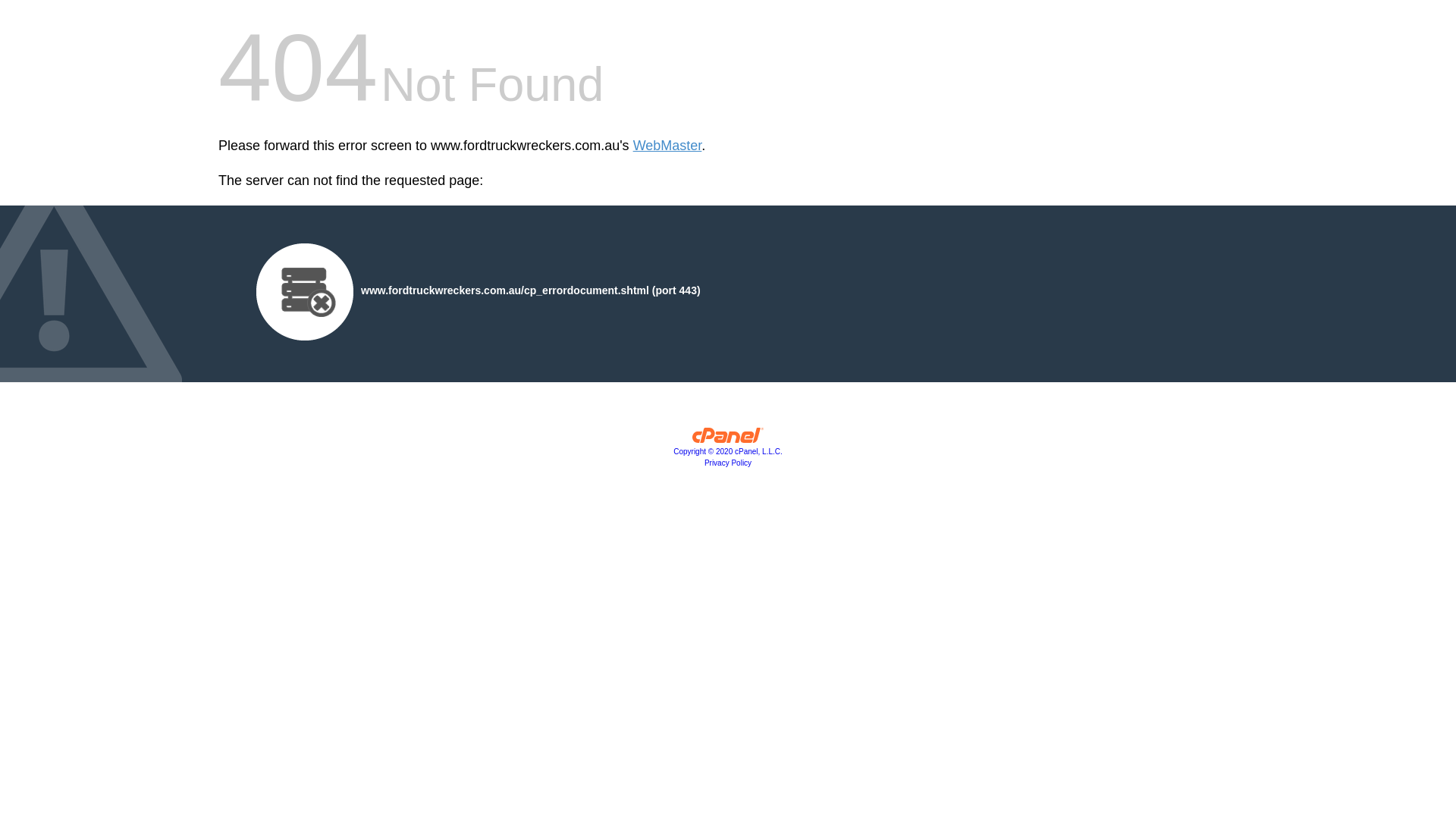 The image size is (1456, 819). What do you see at coordinates (691, 438) in the screenshot?
I see `'cPanel, Inc.'` at bounding box center [691, 438].